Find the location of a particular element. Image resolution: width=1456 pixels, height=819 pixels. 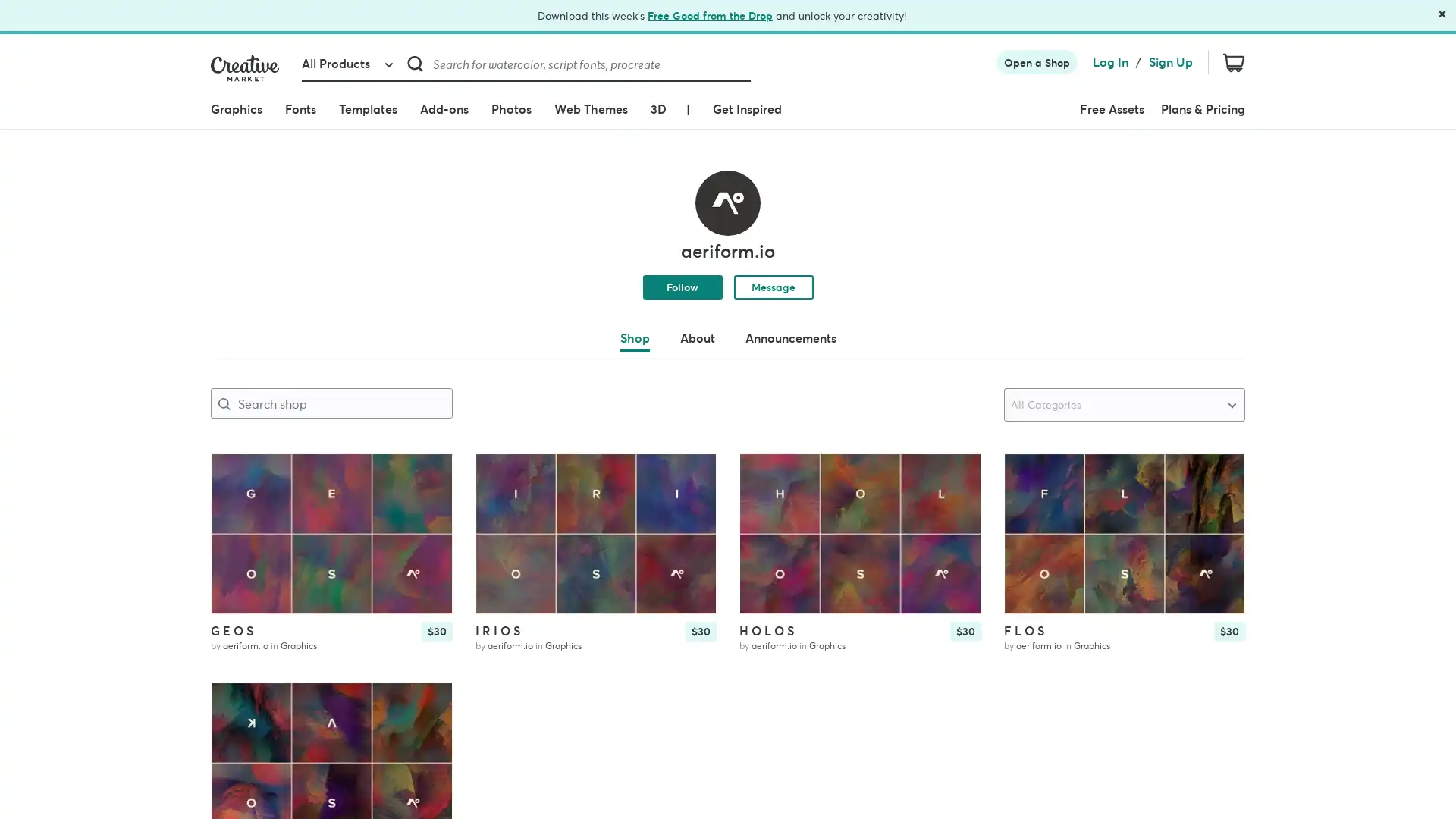

Save is located at coordinates (1220, 500).